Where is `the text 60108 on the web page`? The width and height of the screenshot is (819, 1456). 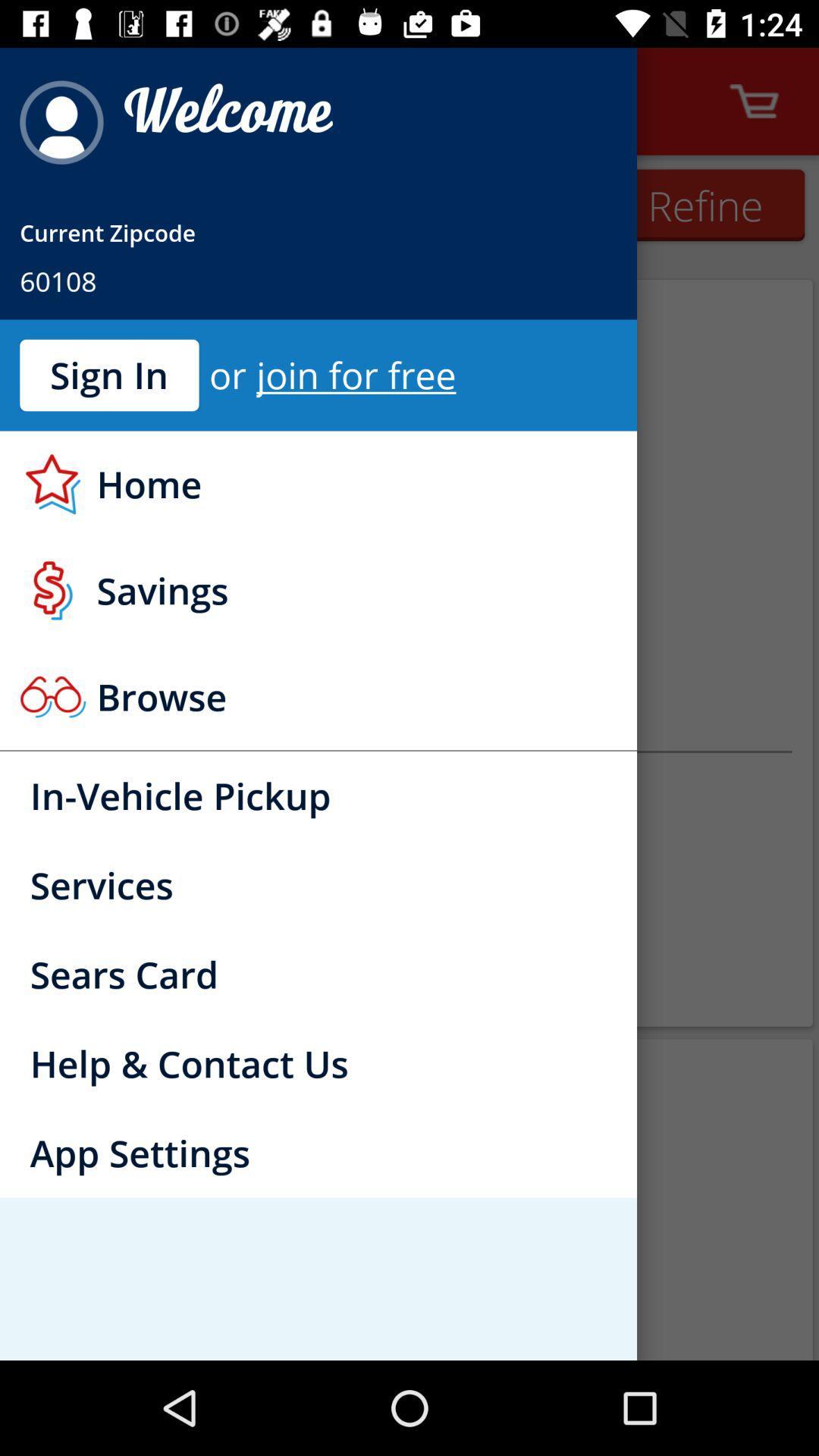 the text 60108 on the web page is located at coordinates (58, 281).